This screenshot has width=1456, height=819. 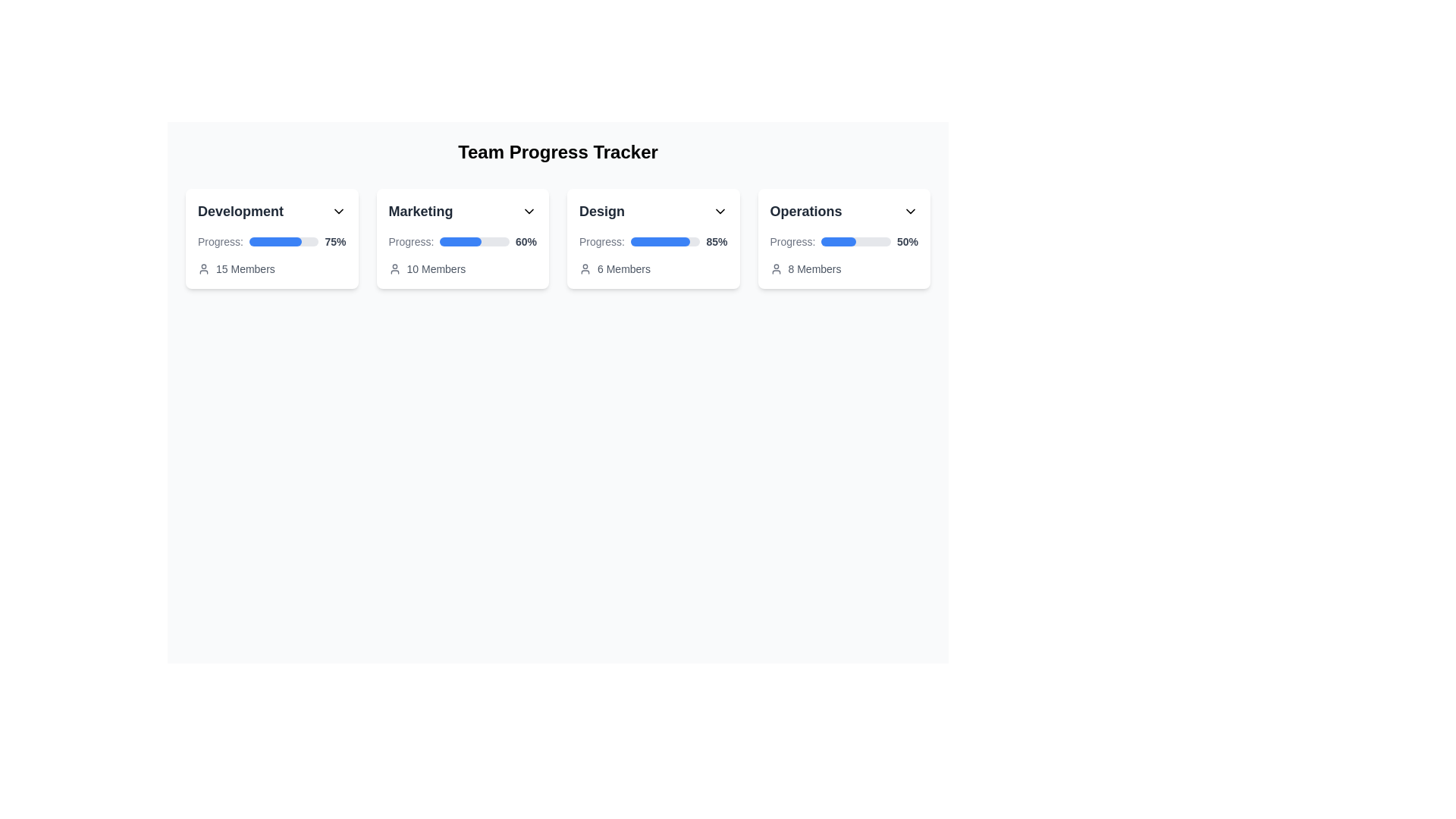 I want to click on the text label displaying 'Marketing', which is styled with a larger font size, bold weight, and dark gray color, located at the upper-left corner of the card section titled 'Marketing', so click(x=421, y=211).